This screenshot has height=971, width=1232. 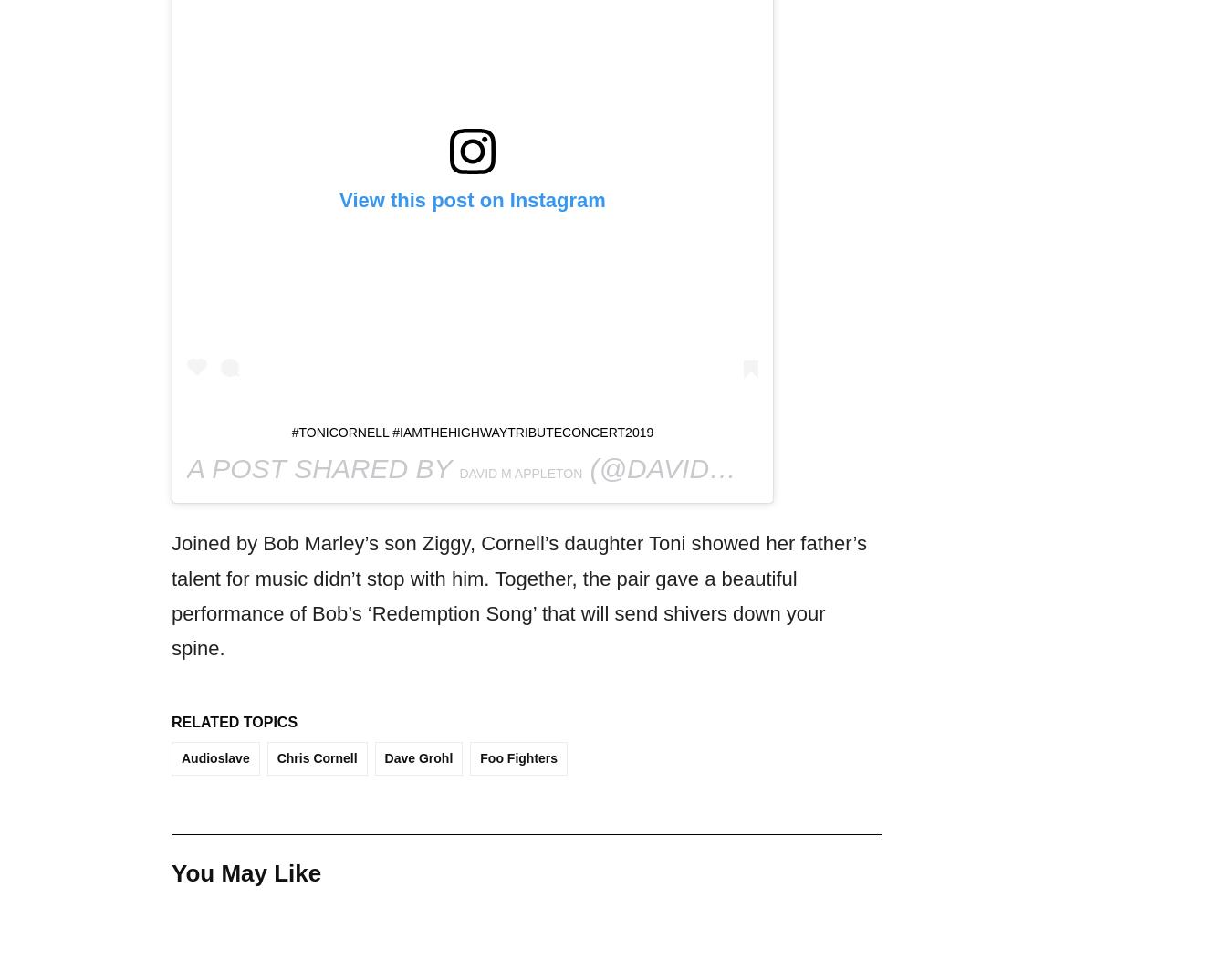 I want to click on 'You May Like', so click(x=245, y=872).